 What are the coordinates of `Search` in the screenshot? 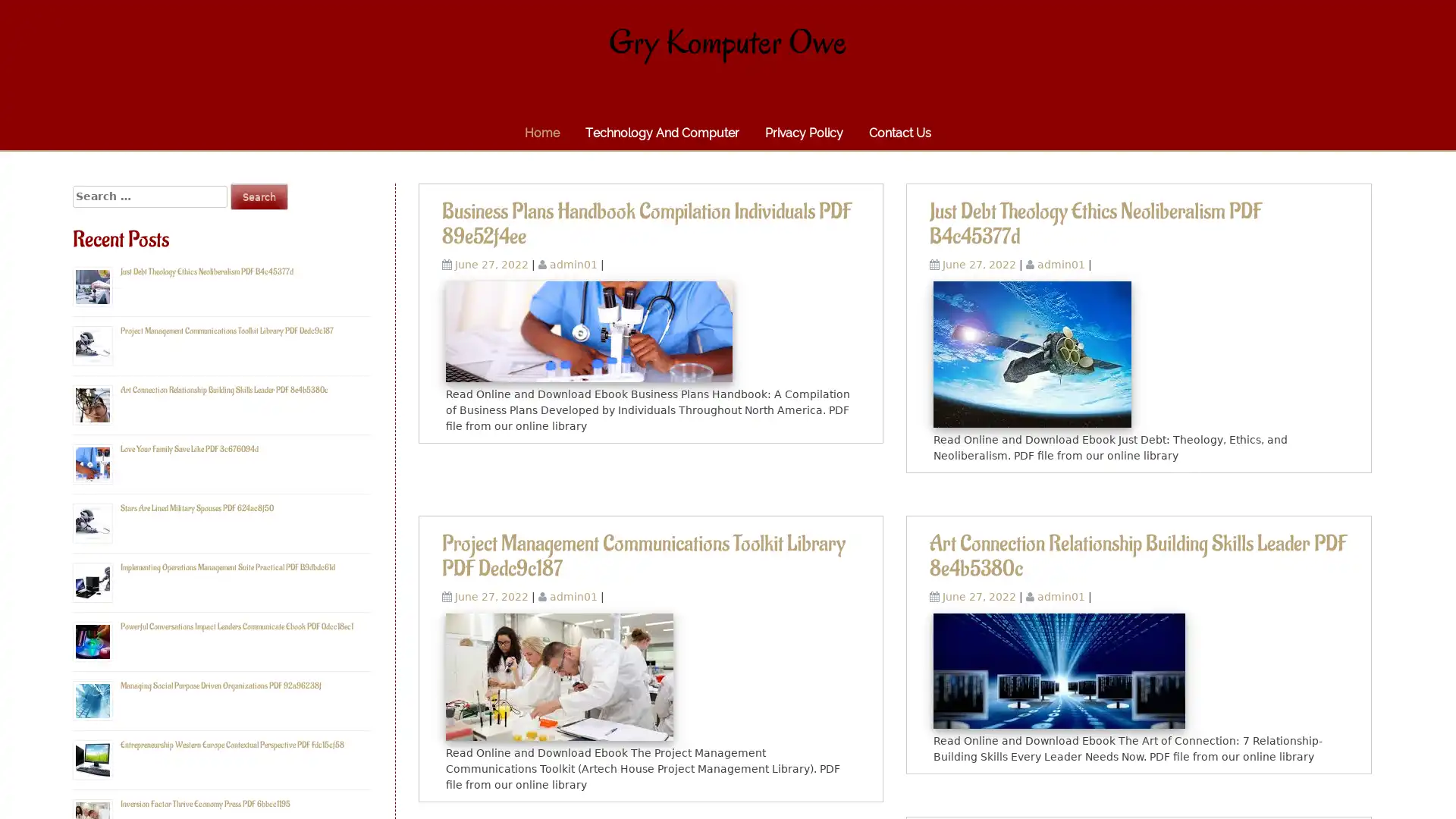 It's located at (259, 196).